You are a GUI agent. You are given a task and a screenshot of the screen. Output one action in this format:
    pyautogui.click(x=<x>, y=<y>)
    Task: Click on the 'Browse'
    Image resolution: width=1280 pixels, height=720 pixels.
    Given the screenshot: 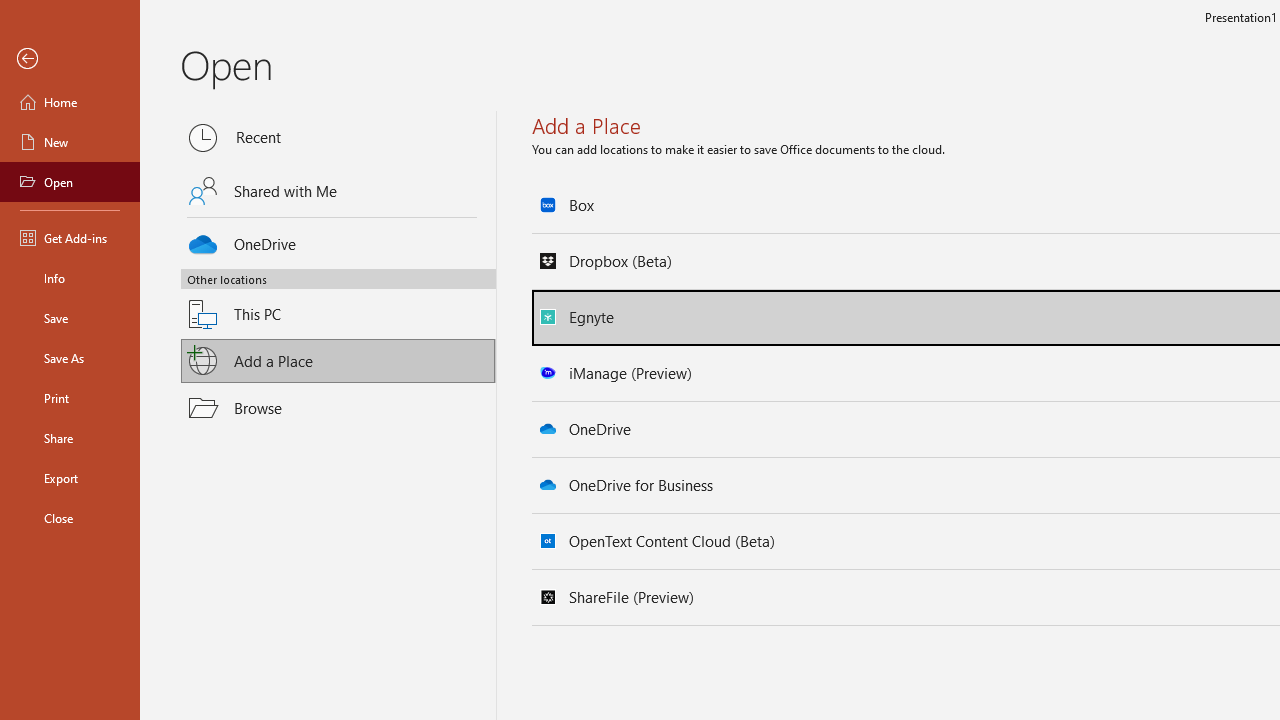 What is the action you would take?
    pyautogui.click(x=338, y=406)
    